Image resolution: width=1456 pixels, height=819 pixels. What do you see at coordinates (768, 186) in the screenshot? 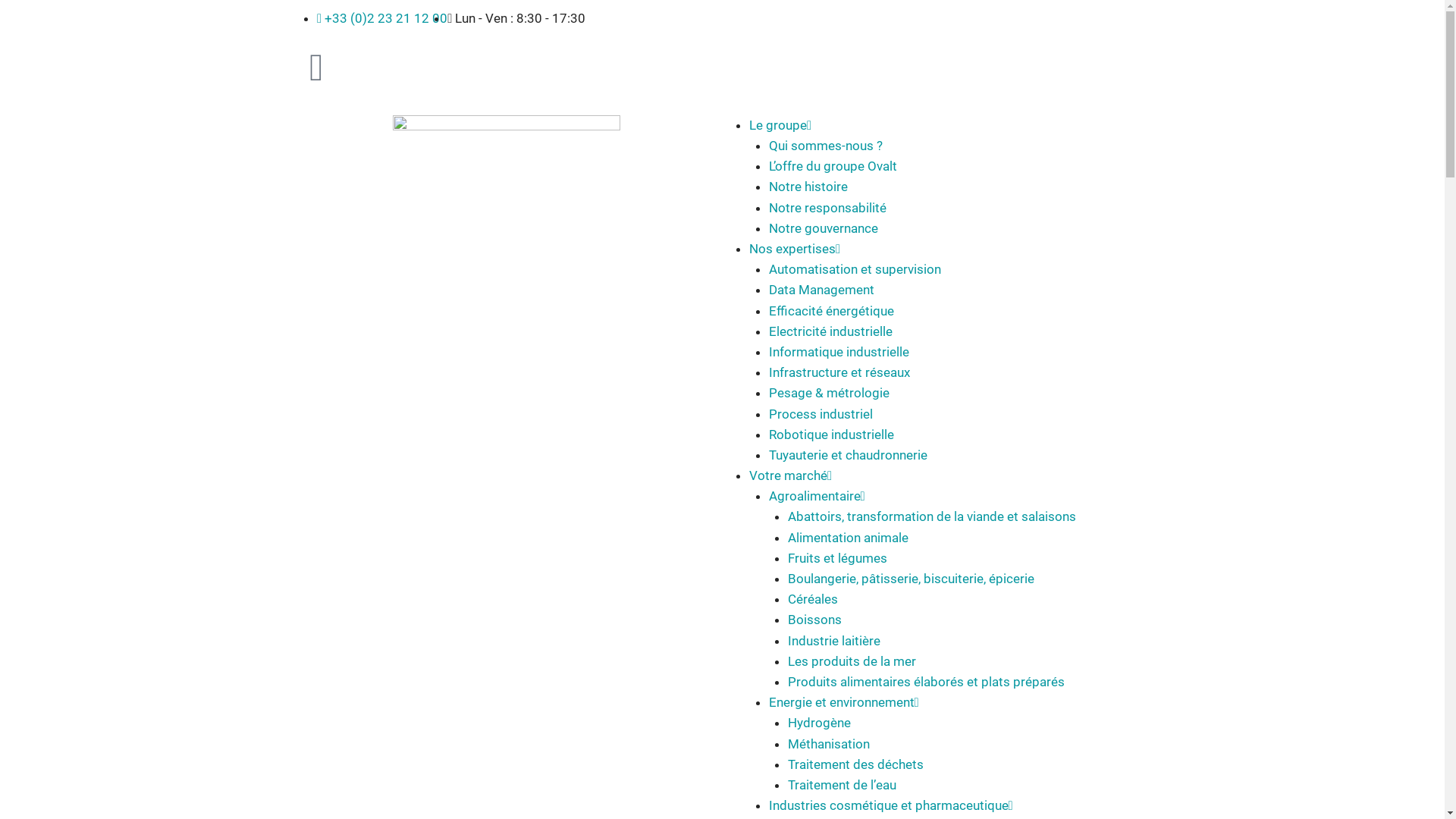
I see `'Notre histoire'` at bounding box center [768, 186].